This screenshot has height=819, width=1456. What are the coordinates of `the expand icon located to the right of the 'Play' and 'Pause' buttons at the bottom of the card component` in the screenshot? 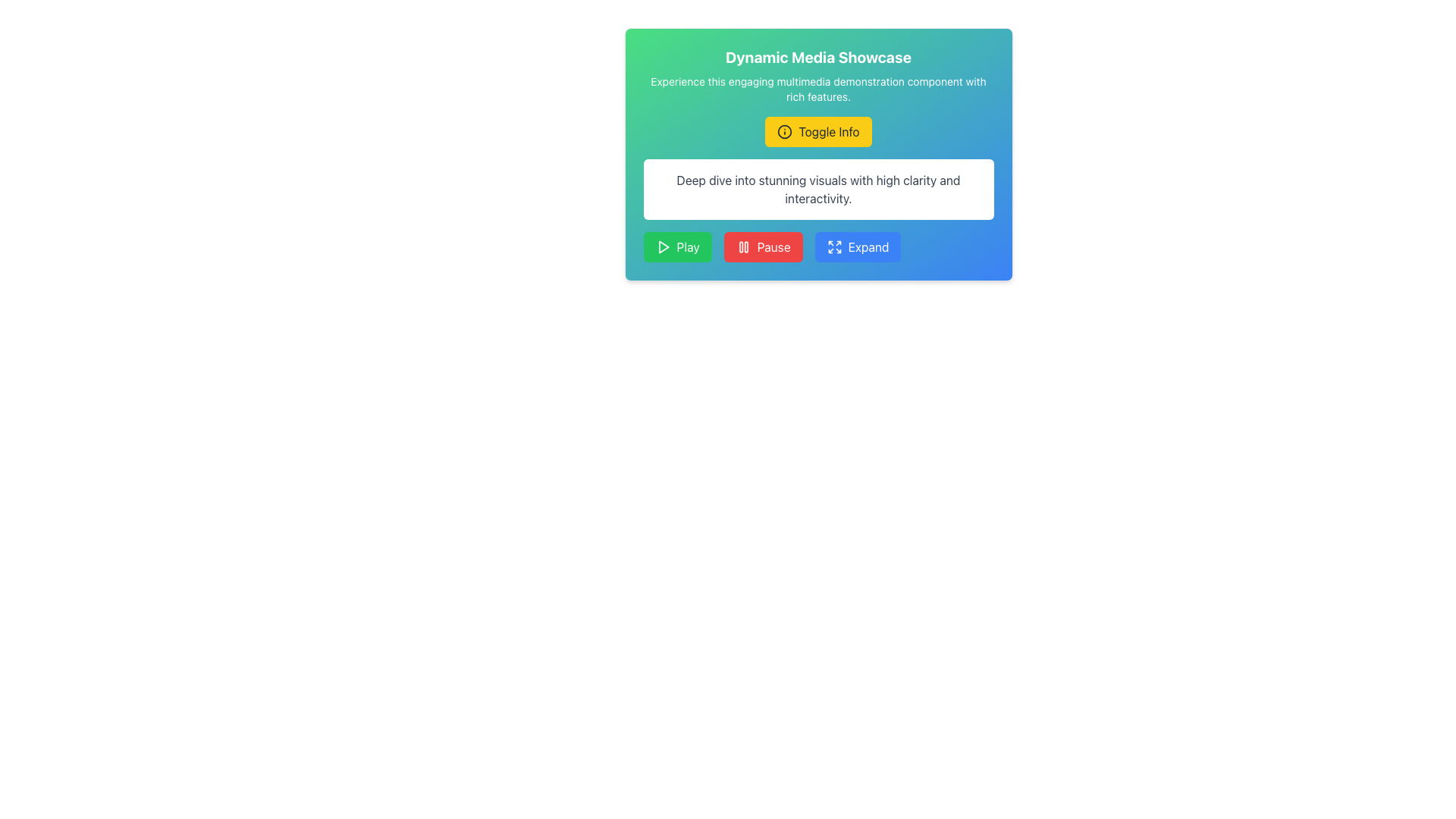 It's located at (833, 246).